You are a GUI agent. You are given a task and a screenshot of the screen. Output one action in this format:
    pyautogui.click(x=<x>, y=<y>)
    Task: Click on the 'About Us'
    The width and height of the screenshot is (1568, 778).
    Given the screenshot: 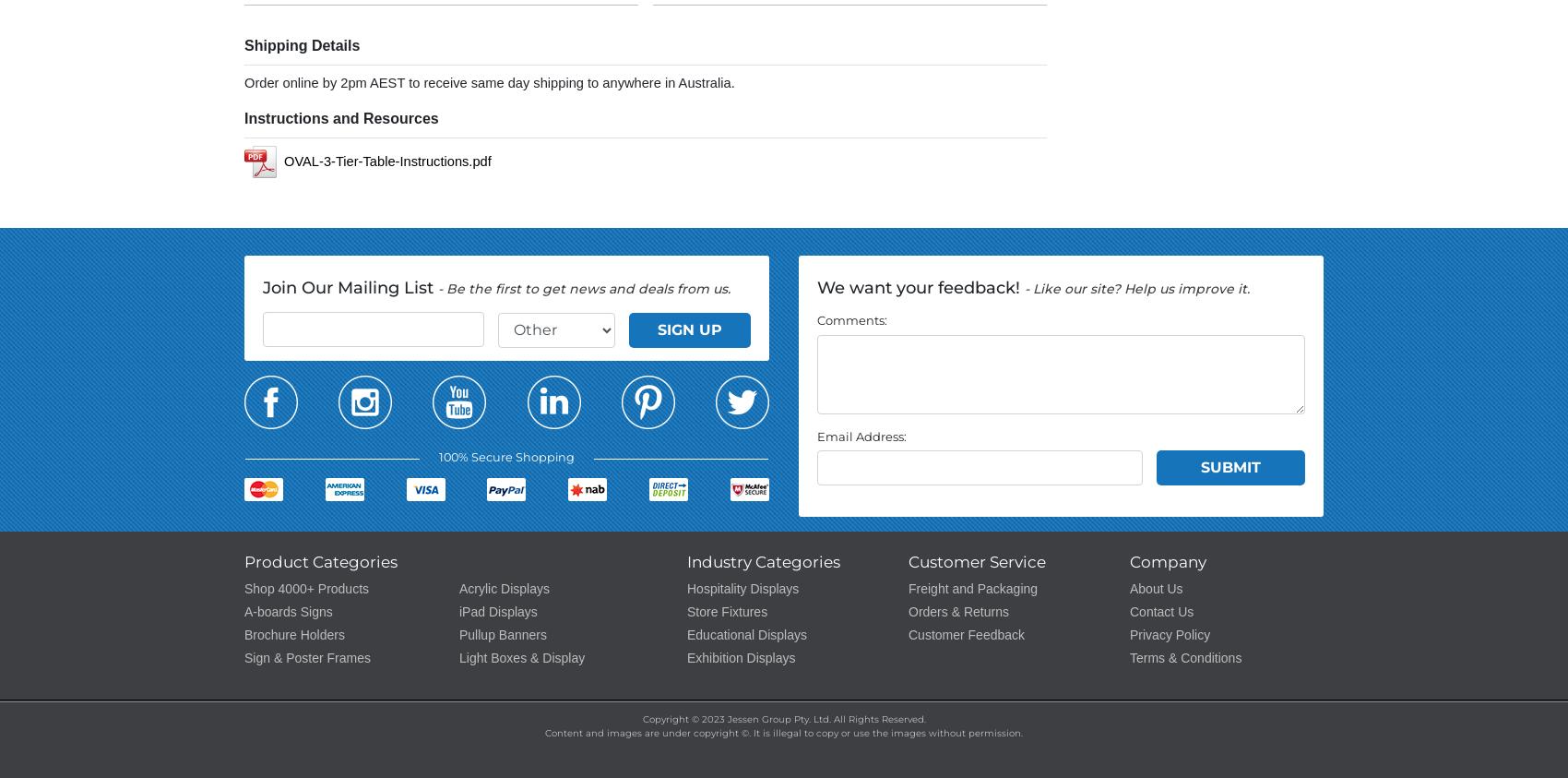 What is the action you would take?
    pyautogui.click(x=1155, y=587)
    